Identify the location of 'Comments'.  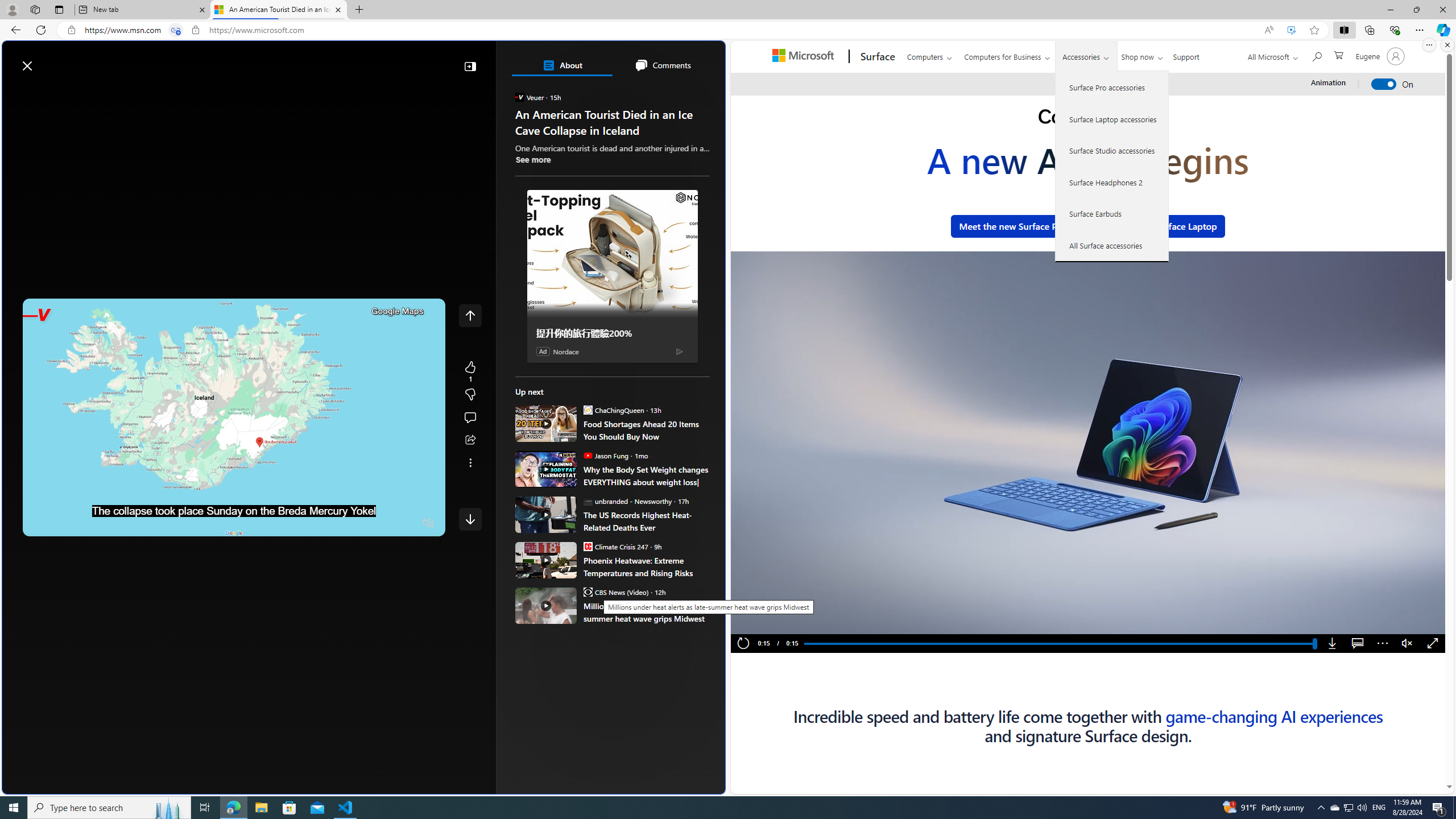
(661, 65).